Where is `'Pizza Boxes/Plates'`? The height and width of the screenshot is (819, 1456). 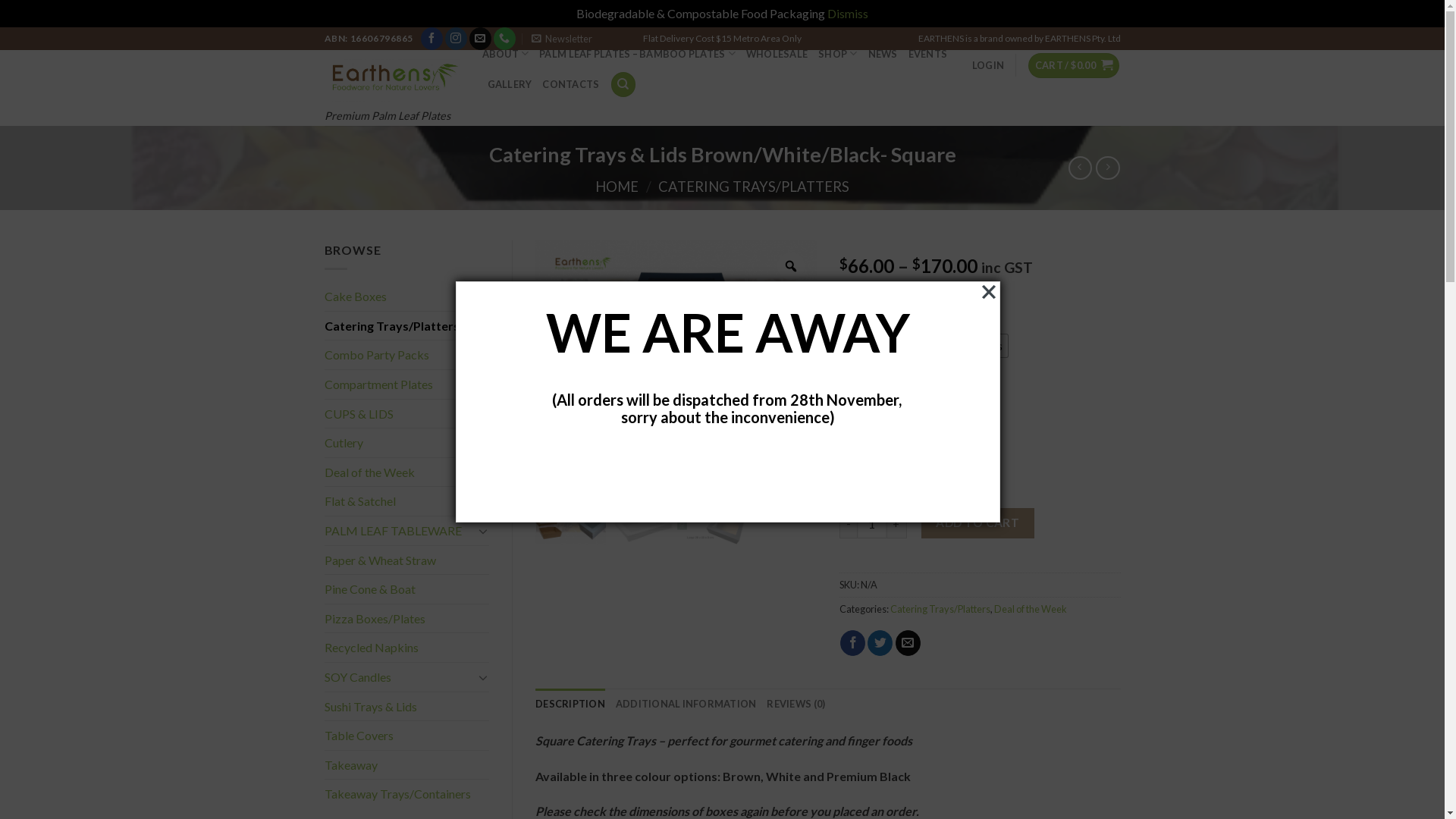
'Pizza Boxes/Plates' is located at coordinates (407, 619).